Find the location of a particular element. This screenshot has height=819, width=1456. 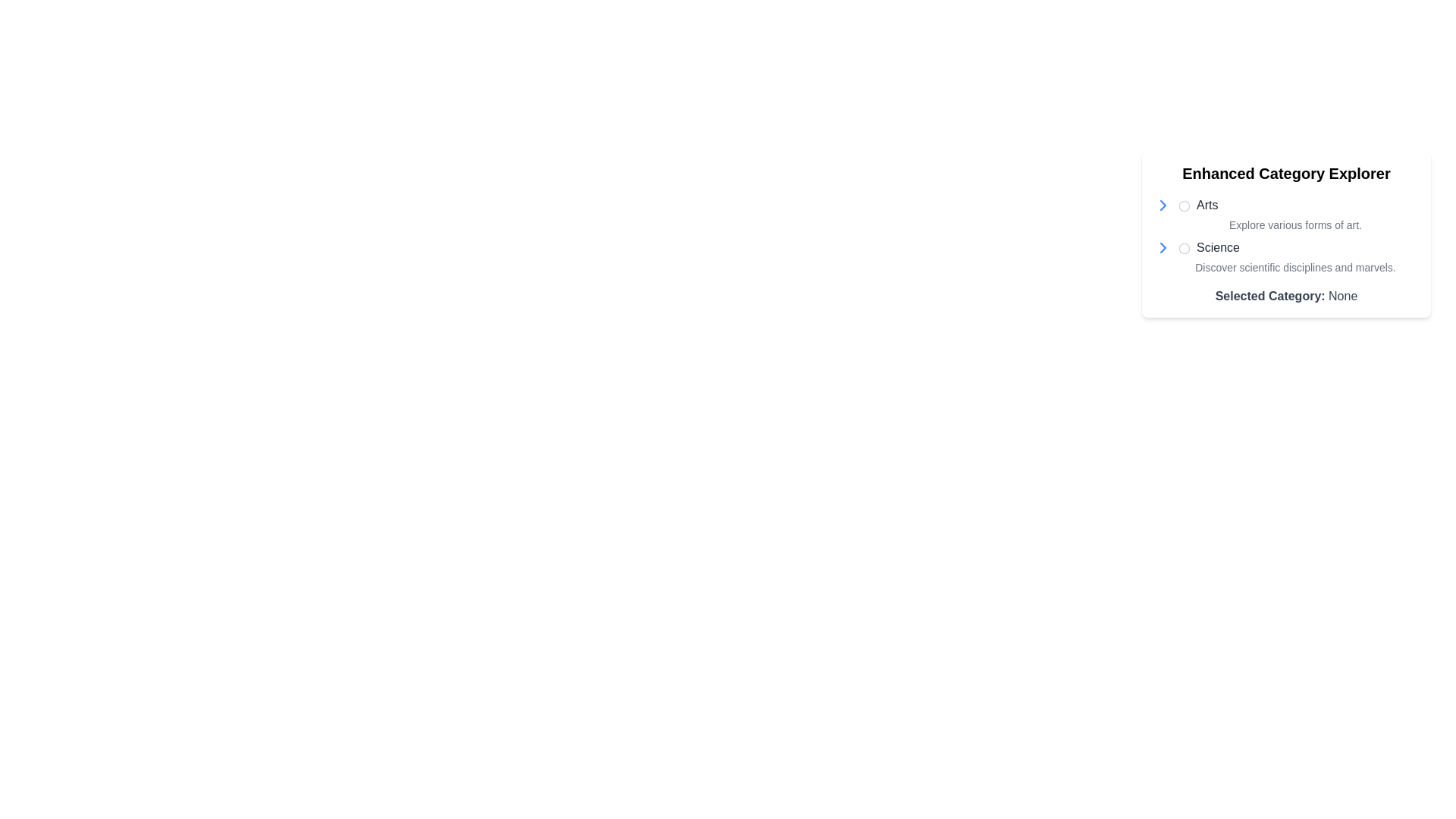

the 'What this Text section with descriptions does' element which provides an overview of the 'Arts' and 'Science' categories, located within the 'Enhanced Category Explorer' card is located at coordinates (1285, 236).